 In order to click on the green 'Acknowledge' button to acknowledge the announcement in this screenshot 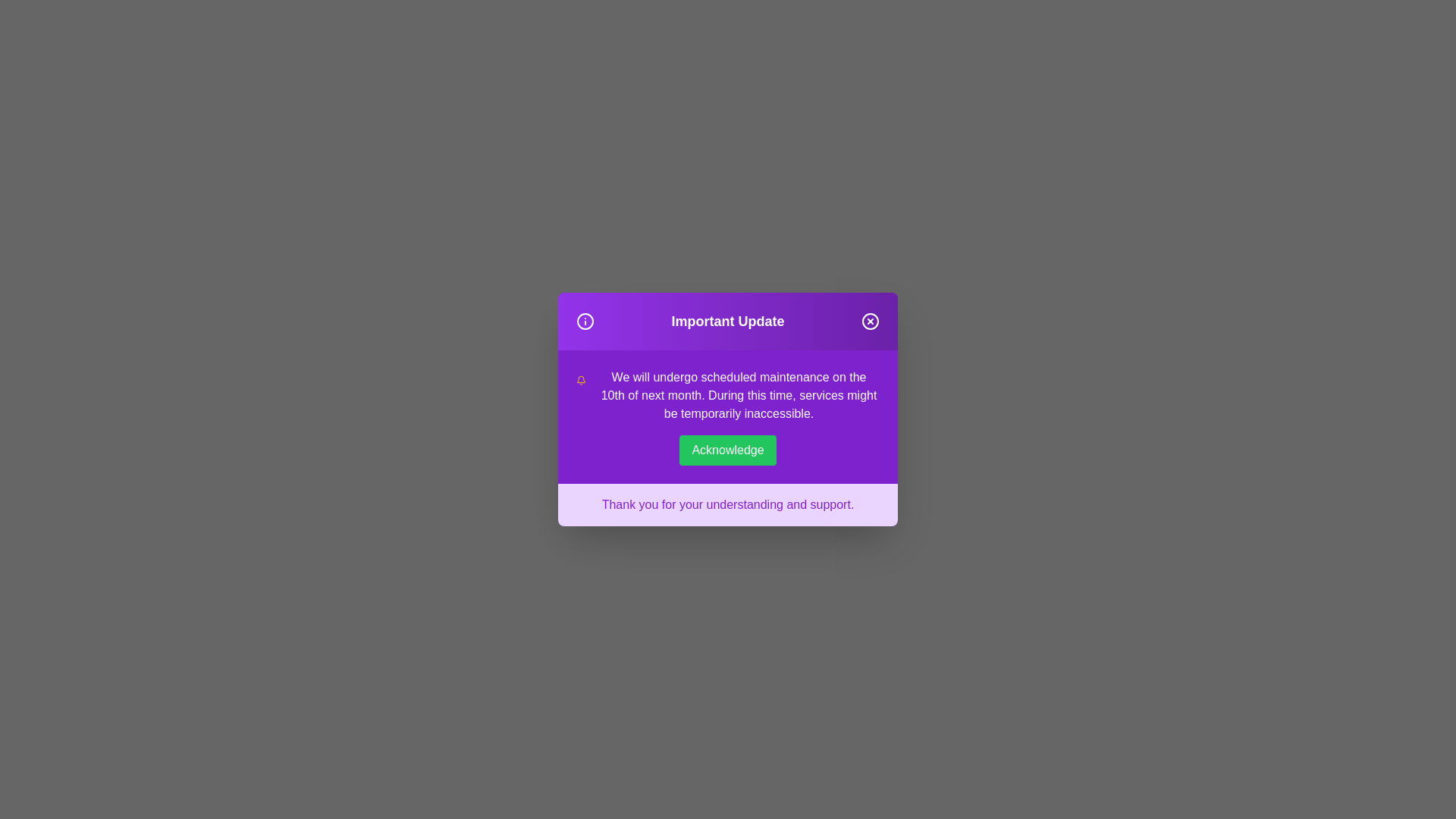, I will do `click(728, 450)`.